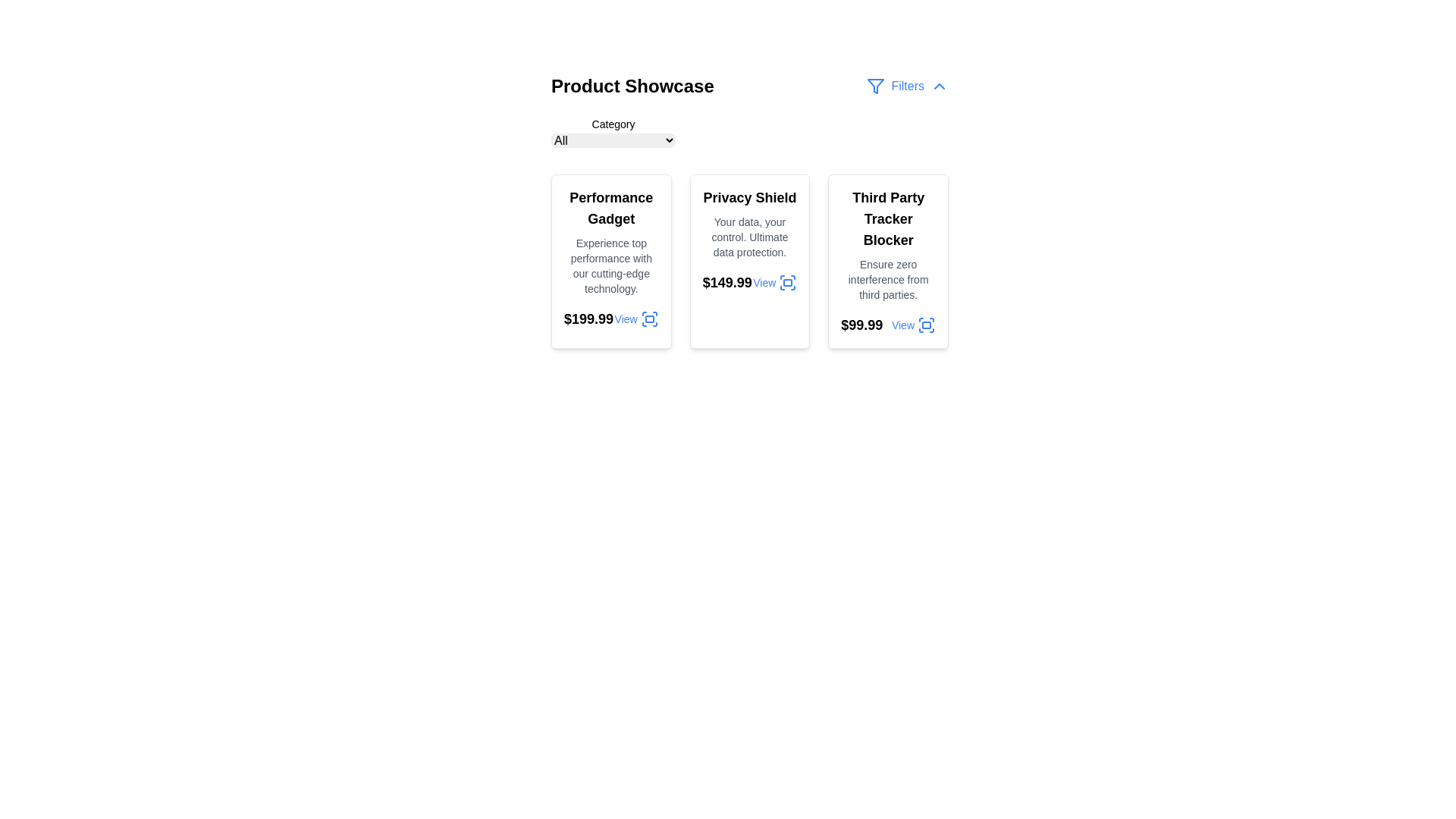 This screenshot has width=1456, height=819. I want to click on the enlarge icon in the bottom-right corner of the third card in the 'Product Showcase' section to activate keyboard accessibility for the 'Third Party Tracker Blocker' product, so click(926, 324).